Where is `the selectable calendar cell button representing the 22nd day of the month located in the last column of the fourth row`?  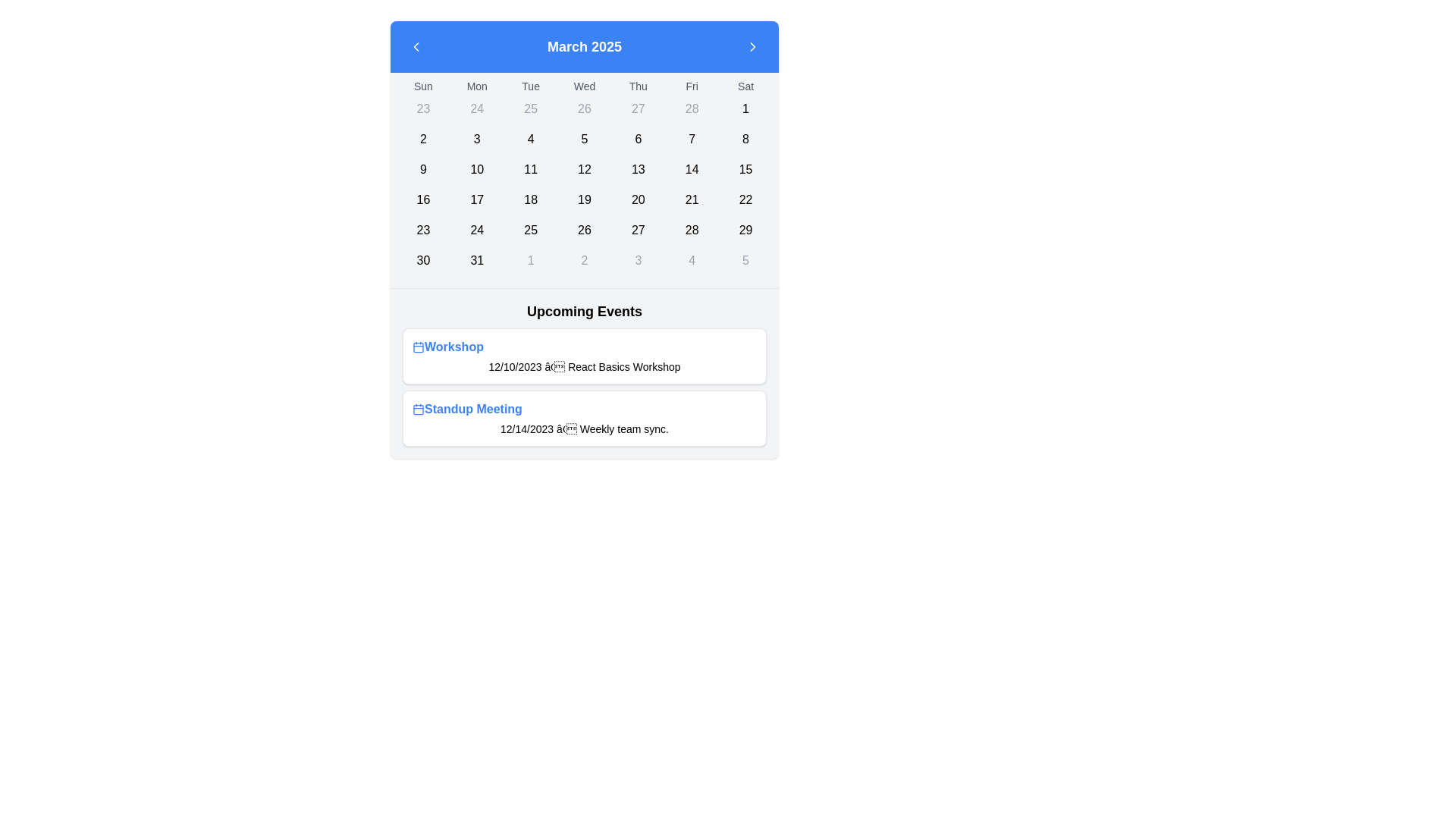 the selectable calendar cell button representing the 22nd day of the month located in the last column of the fourth row is located at coordinates (745, 199).